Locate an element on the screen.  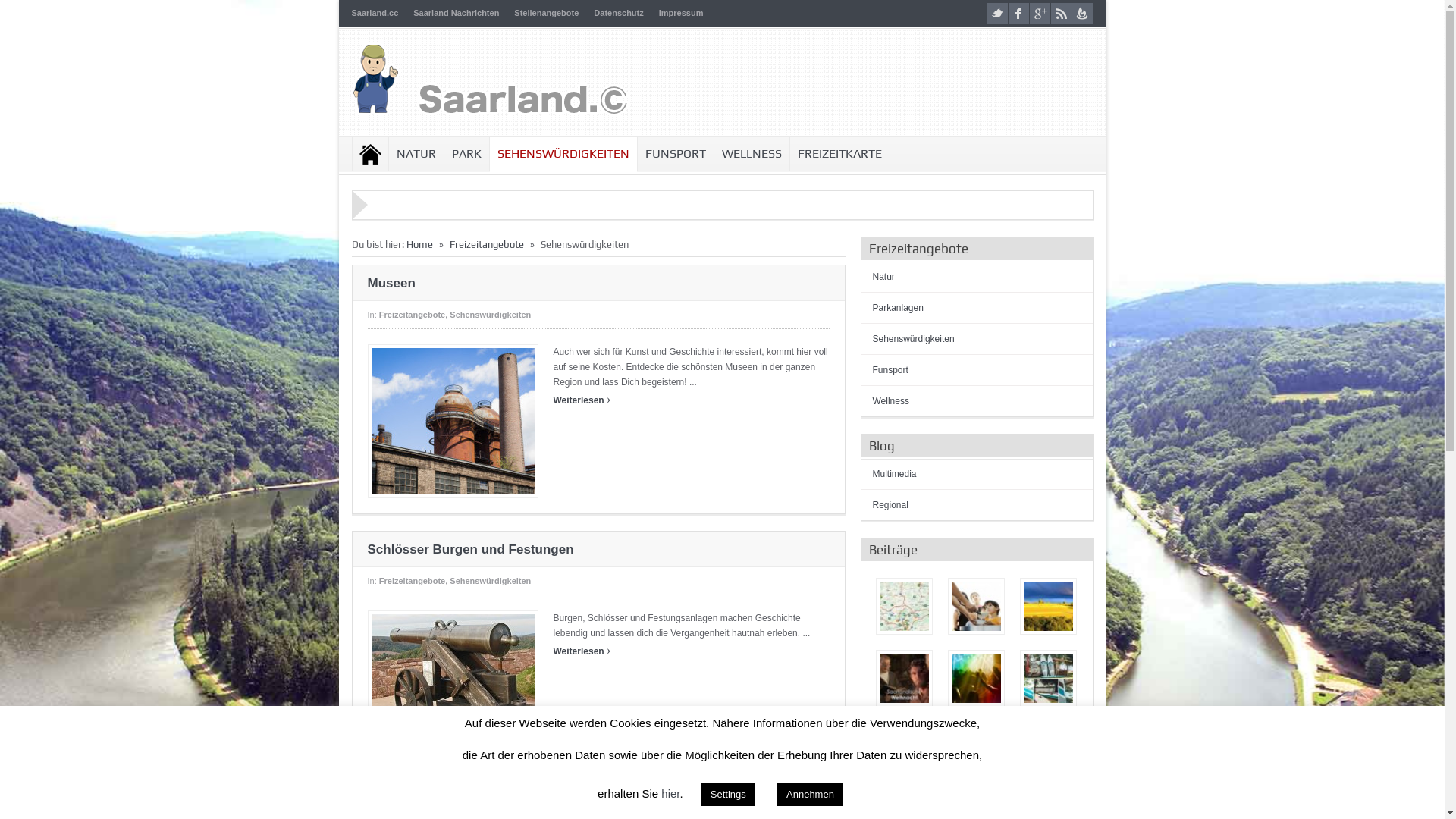
'FUNSPORT' is located at coordinates (673, 154).